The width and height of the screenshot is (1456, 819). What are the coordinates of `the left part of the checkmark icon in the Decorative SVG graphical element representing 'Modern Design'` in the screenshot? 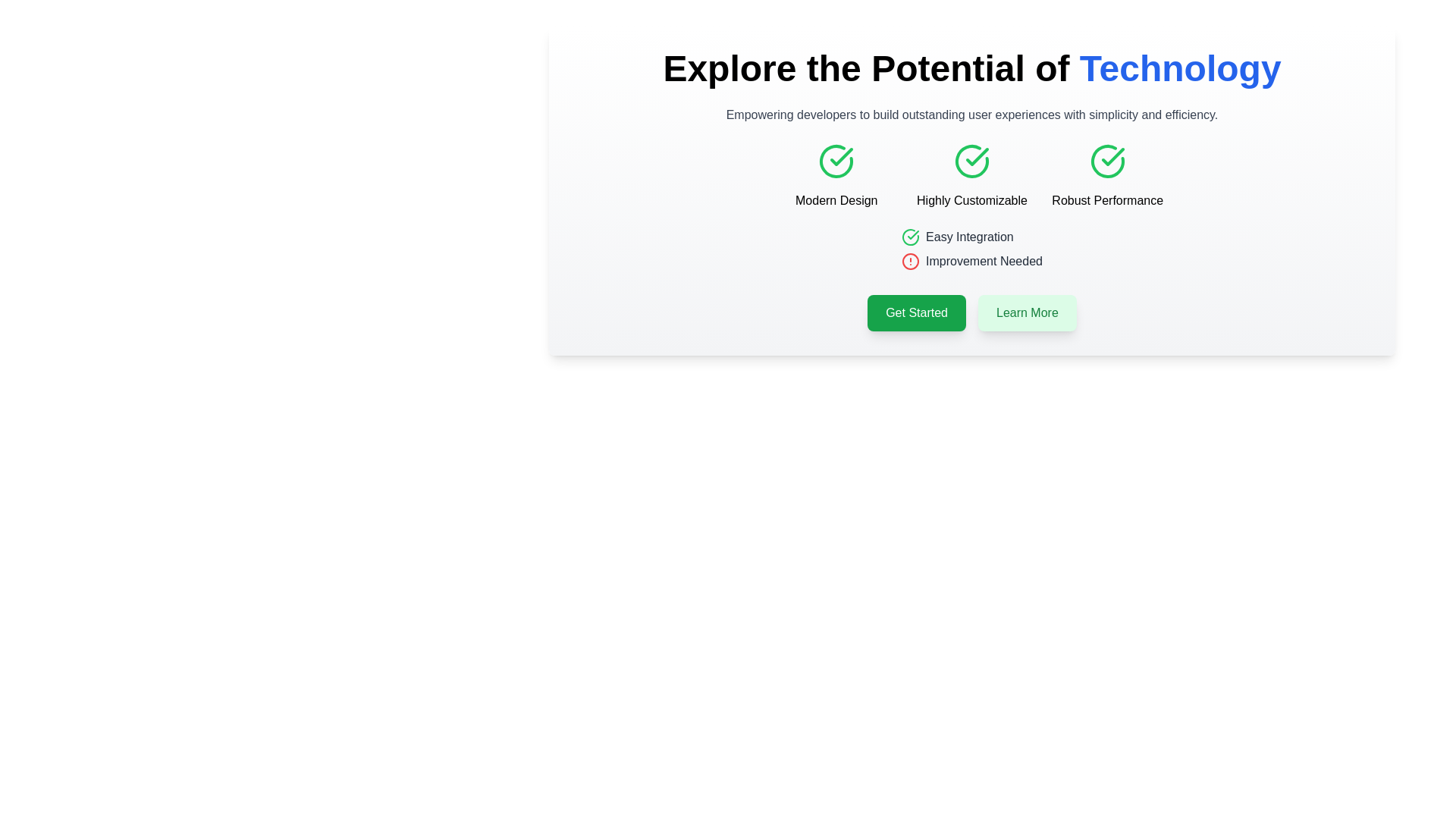 It's located at (836, 161).